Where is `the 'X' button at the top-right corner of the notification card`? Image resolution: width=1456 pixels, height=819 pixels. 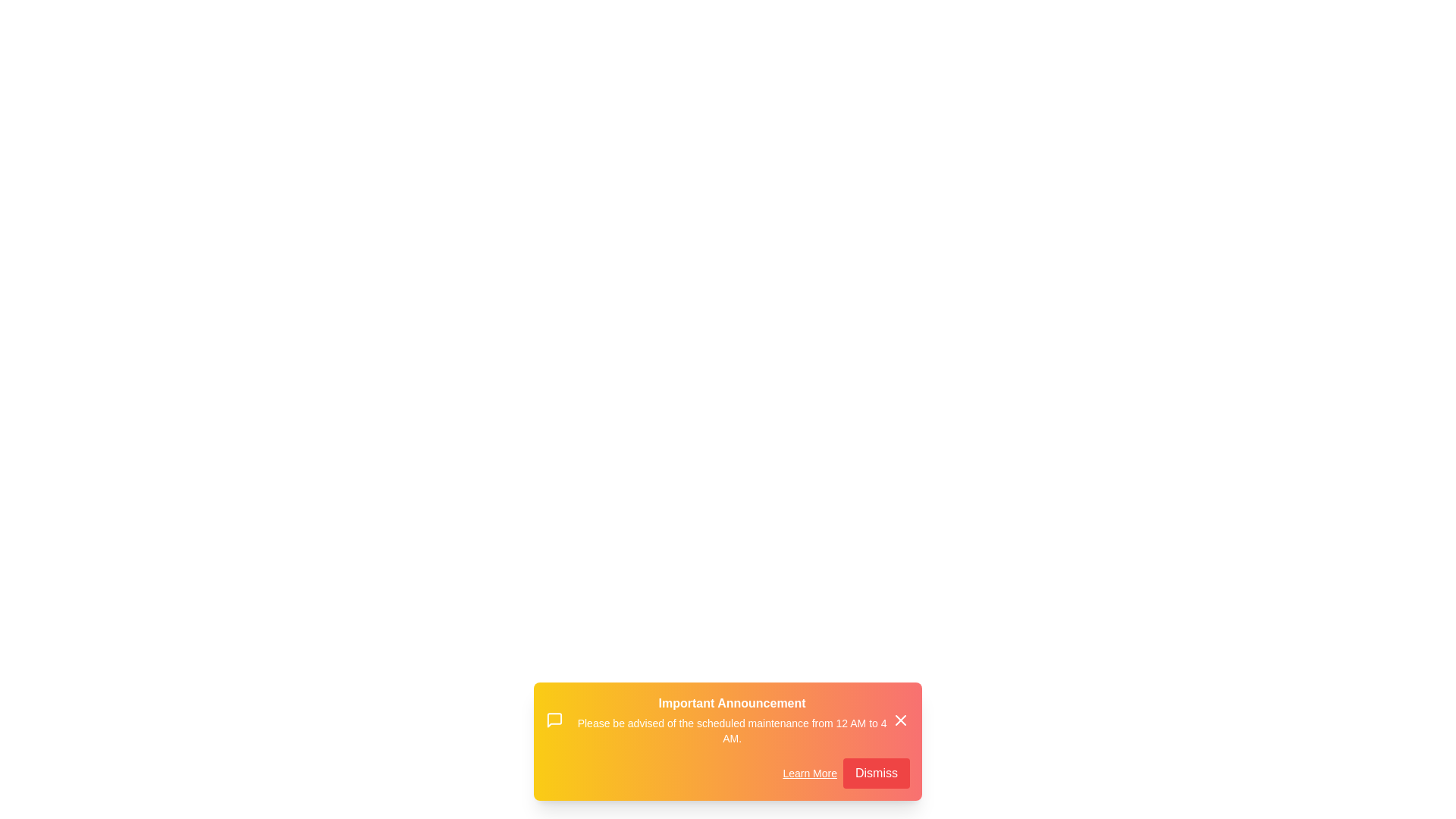
the 'X' button at the top-right corner of the notification card is located at coordinates (901, 719).